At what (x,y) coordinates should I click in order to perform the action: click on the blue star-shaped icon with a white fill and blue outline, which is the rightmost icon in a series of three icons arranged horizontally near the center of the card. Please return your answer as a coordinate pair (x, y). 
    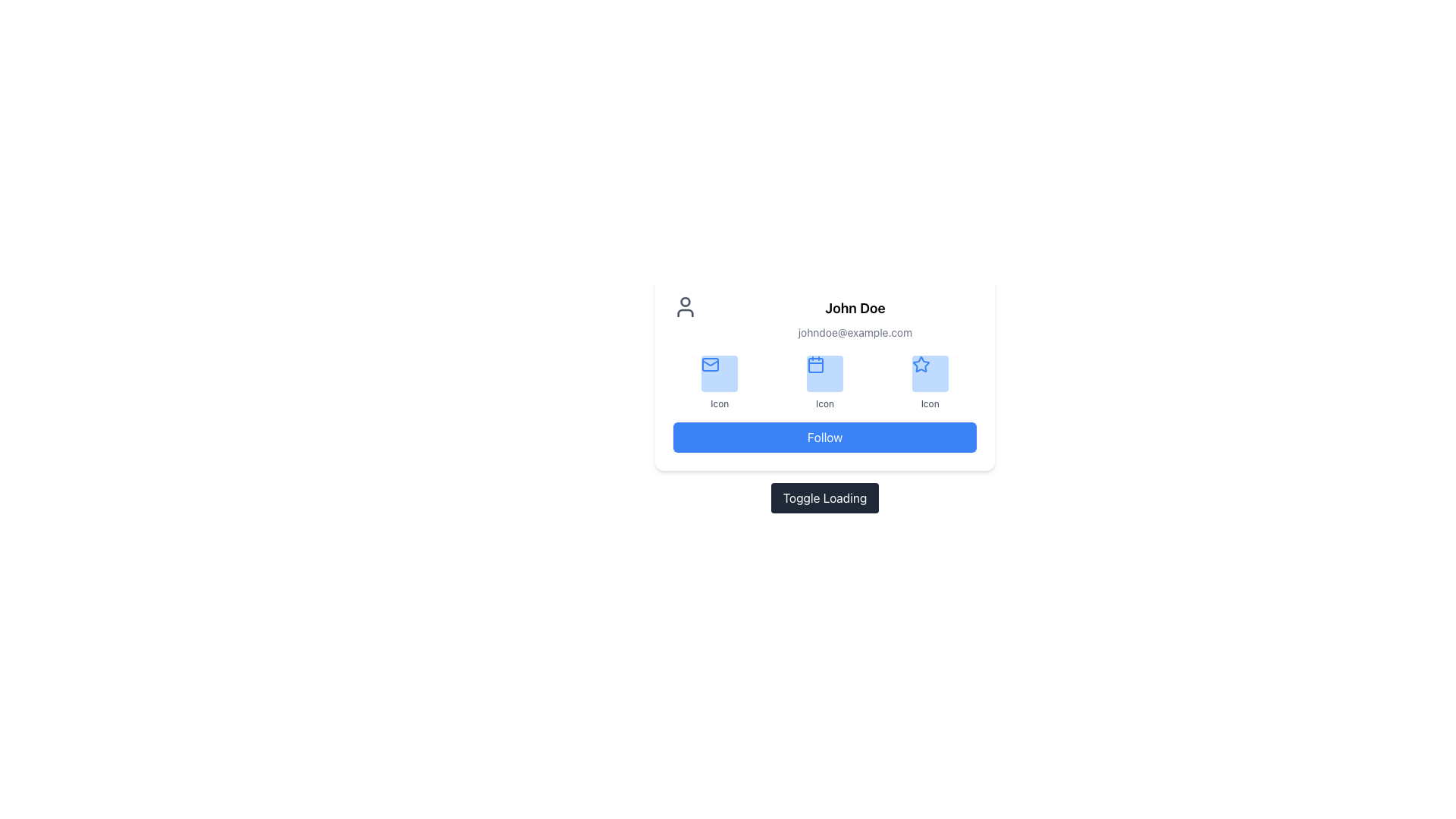
    Looking at the image, I should click on (920, 365).